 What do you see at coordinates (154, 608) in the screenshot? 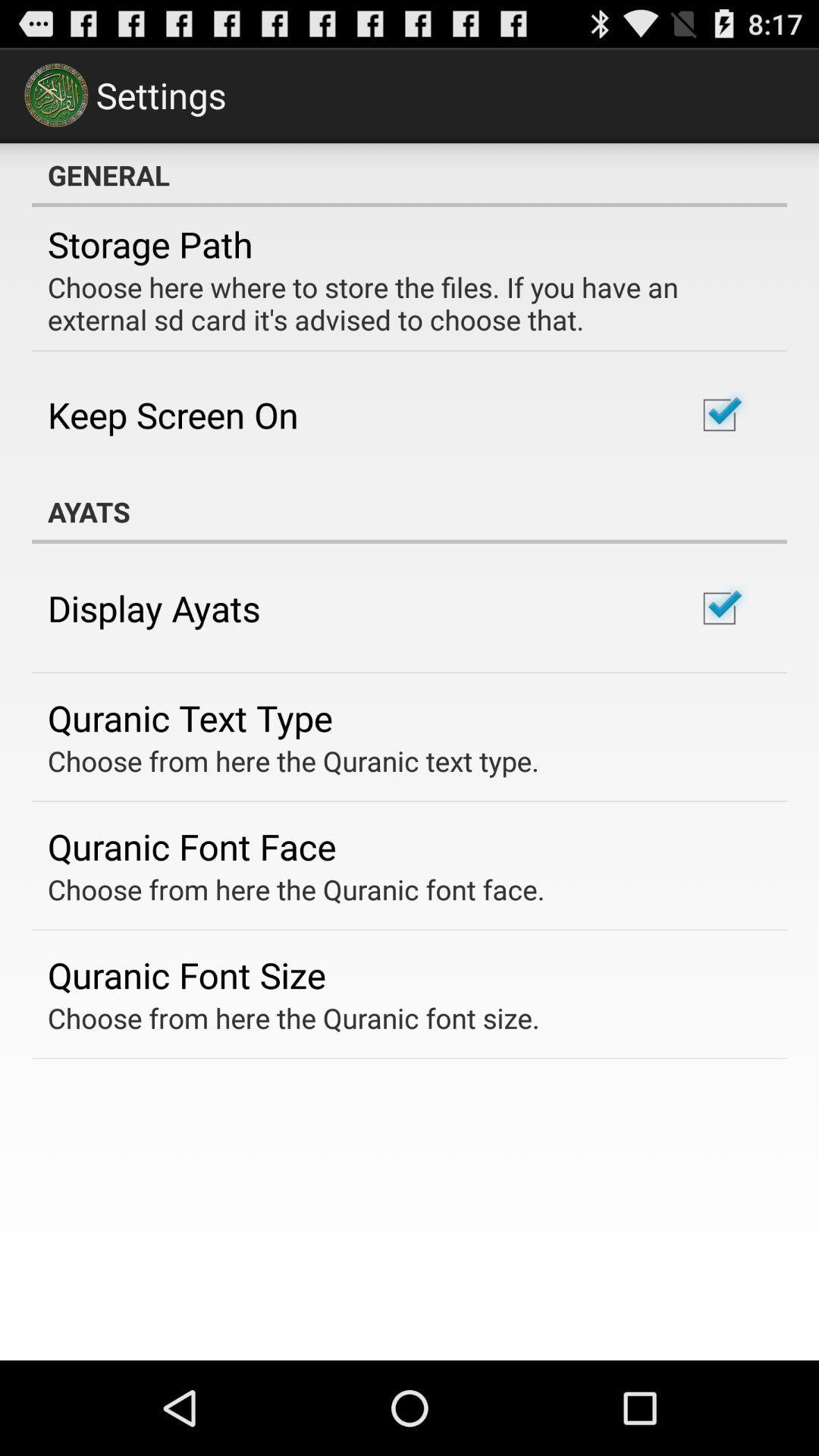
I see `display ayats item` at bounding box center [154, 608].